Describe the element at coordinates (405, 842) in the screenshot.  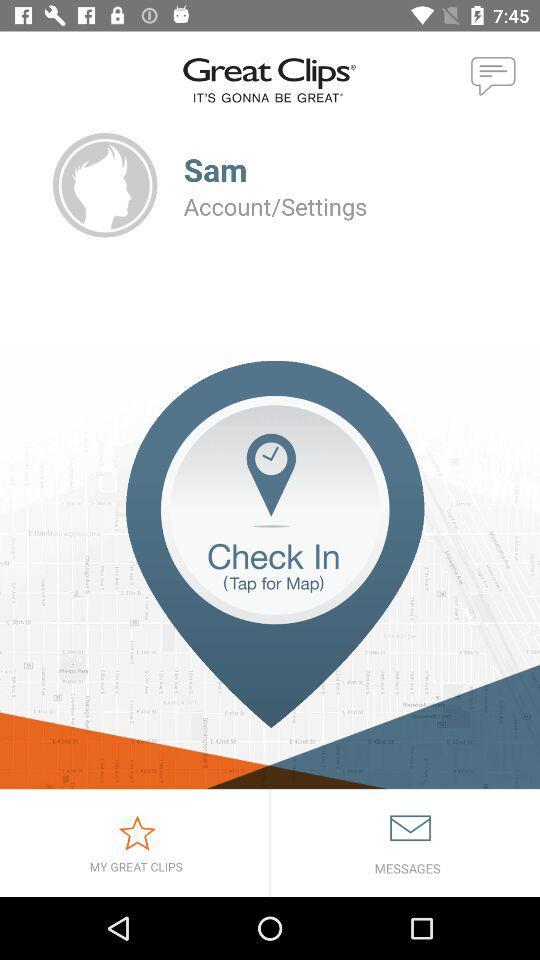
I see `read mail` at that location.